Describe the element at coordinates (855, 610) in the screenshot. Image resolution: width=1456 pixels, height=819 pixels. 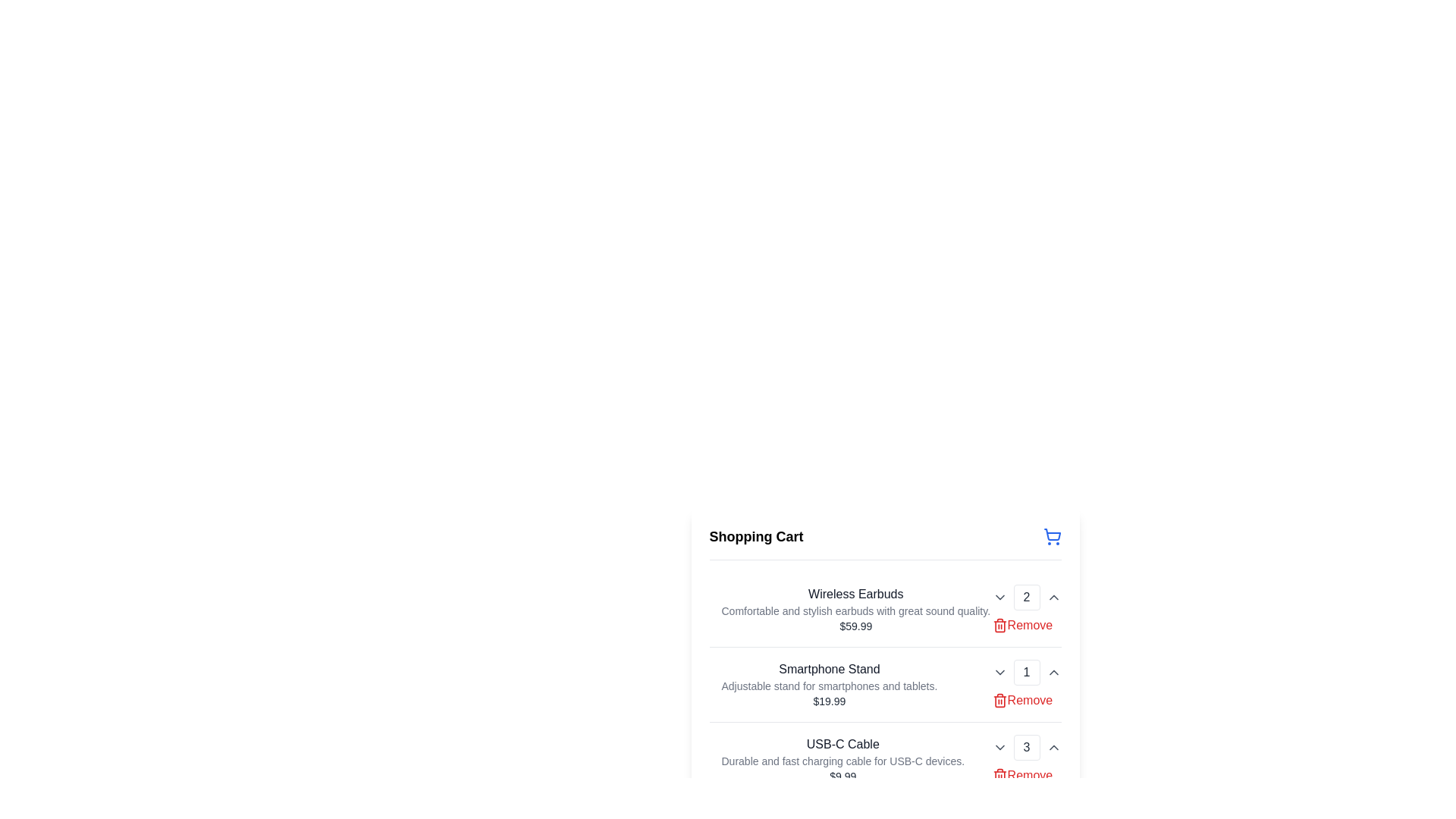
I see `descriptive text element that contains the content 'Comfortable and stylish earbuds with great sound quality.' located beneath the heading 'Wireless Earbuds' and above the price '$59.99'` at that location.